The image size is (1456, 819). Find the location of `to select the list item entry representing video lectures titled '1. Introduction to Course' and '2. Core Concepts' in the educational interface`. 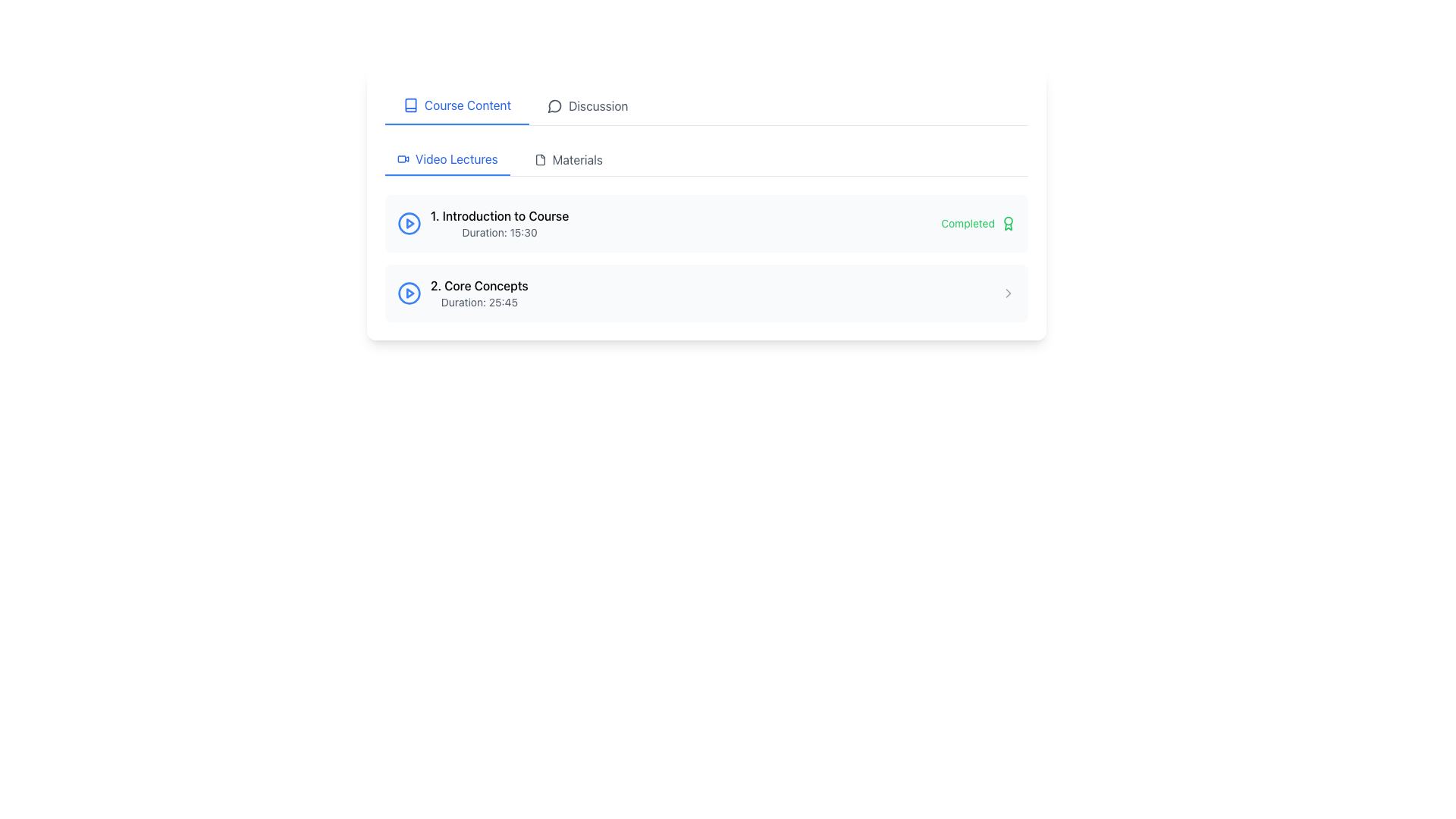

to select the list item entry representing video lectures titled '1. Introduction to Course' and '2. Core Concepts' in the educational interface is located at coordinates (705, 257).